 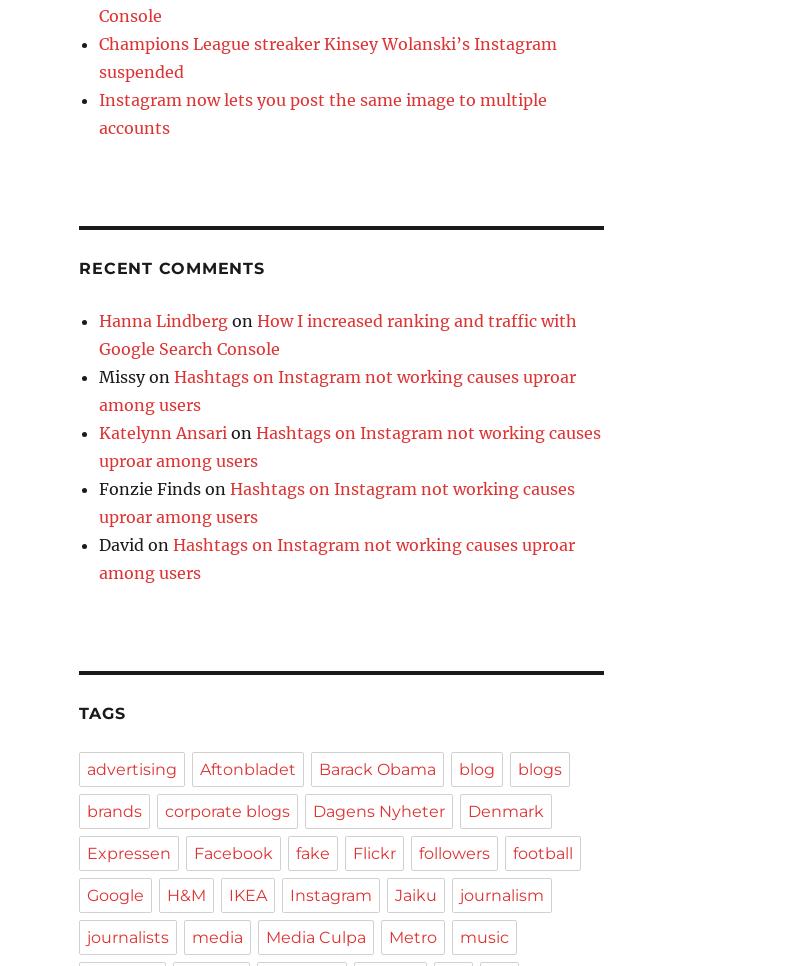 I want to click on 'followers', so click(x=453, y=852).